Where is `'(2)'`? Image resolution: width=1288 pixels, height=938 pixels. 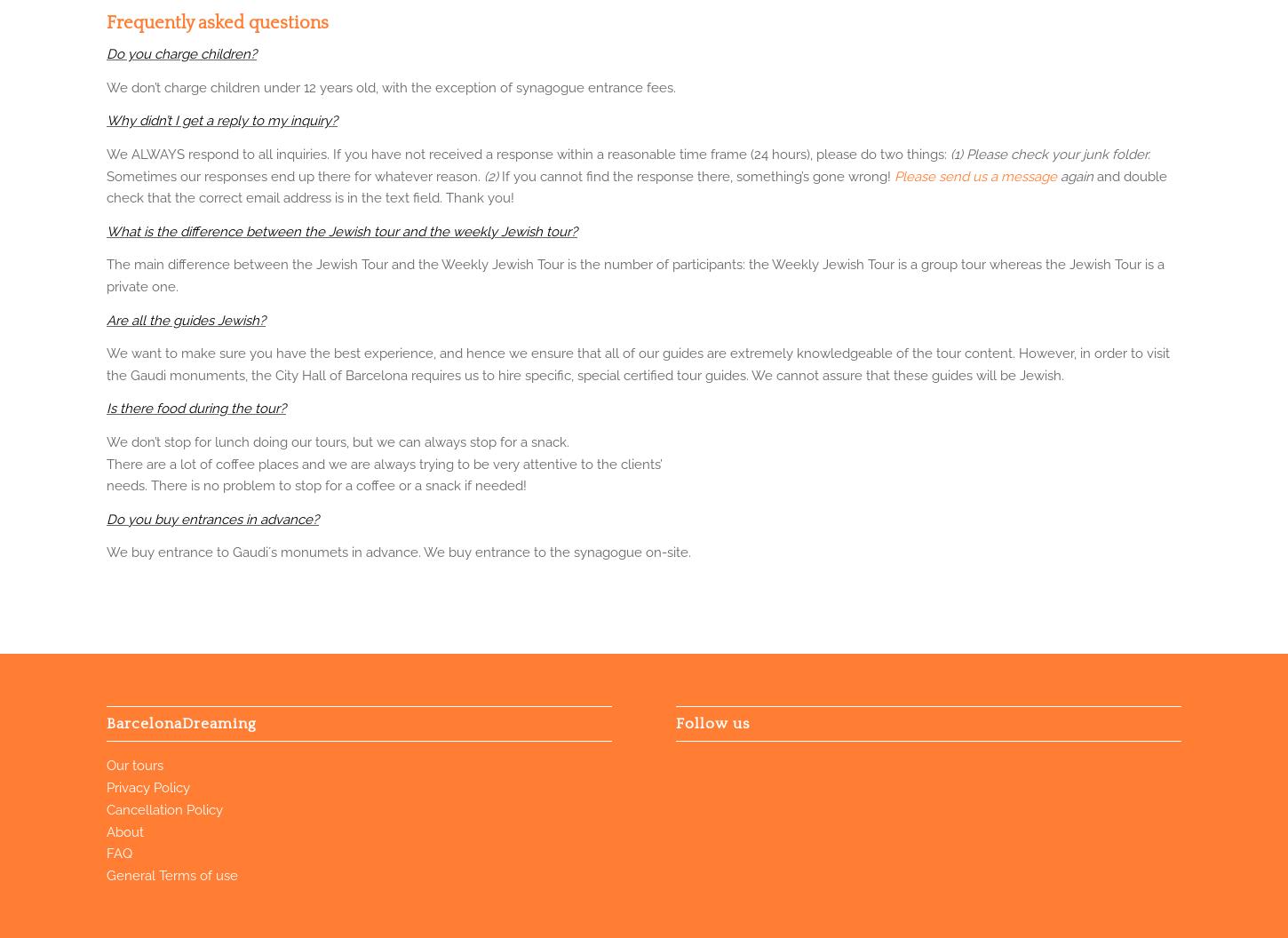 '(2)' is located at coordinates (491, 176).